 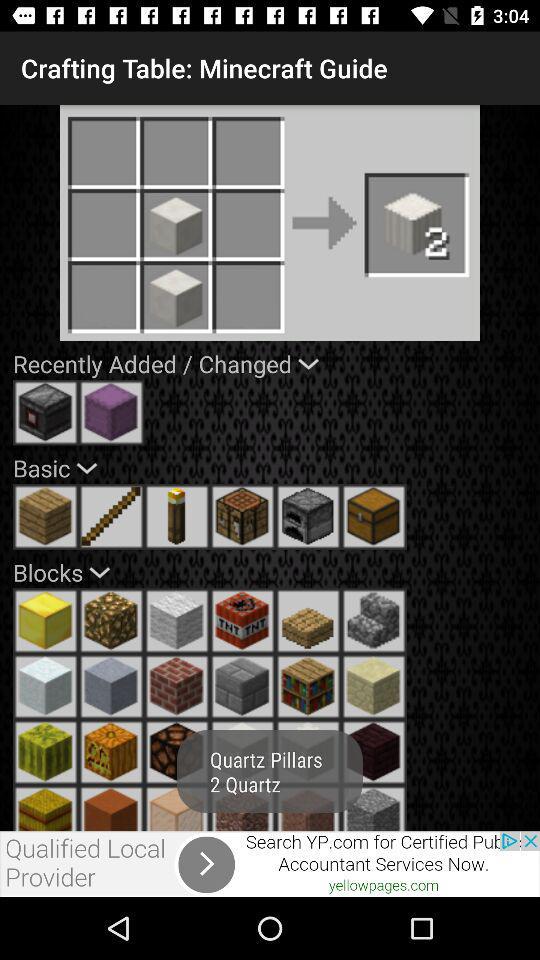 What do you see at coordinates (45, 411) in the screenshot?
I see `click on the black box` at bounding box center [45, 411].